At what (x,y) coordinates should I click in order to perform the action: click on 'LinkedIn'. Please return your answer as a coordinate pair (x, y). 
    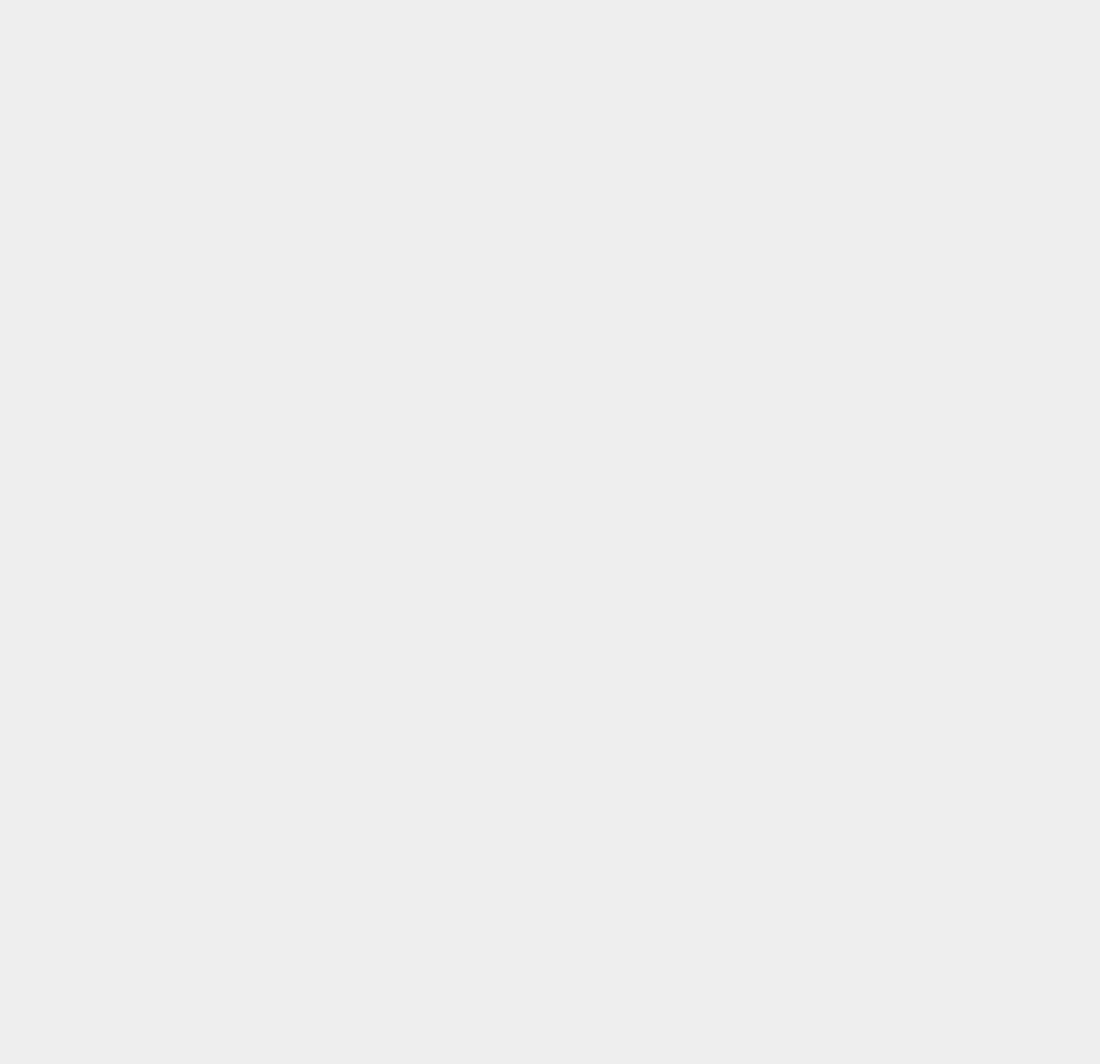
    Looking at the image, I should click on (778, 451).